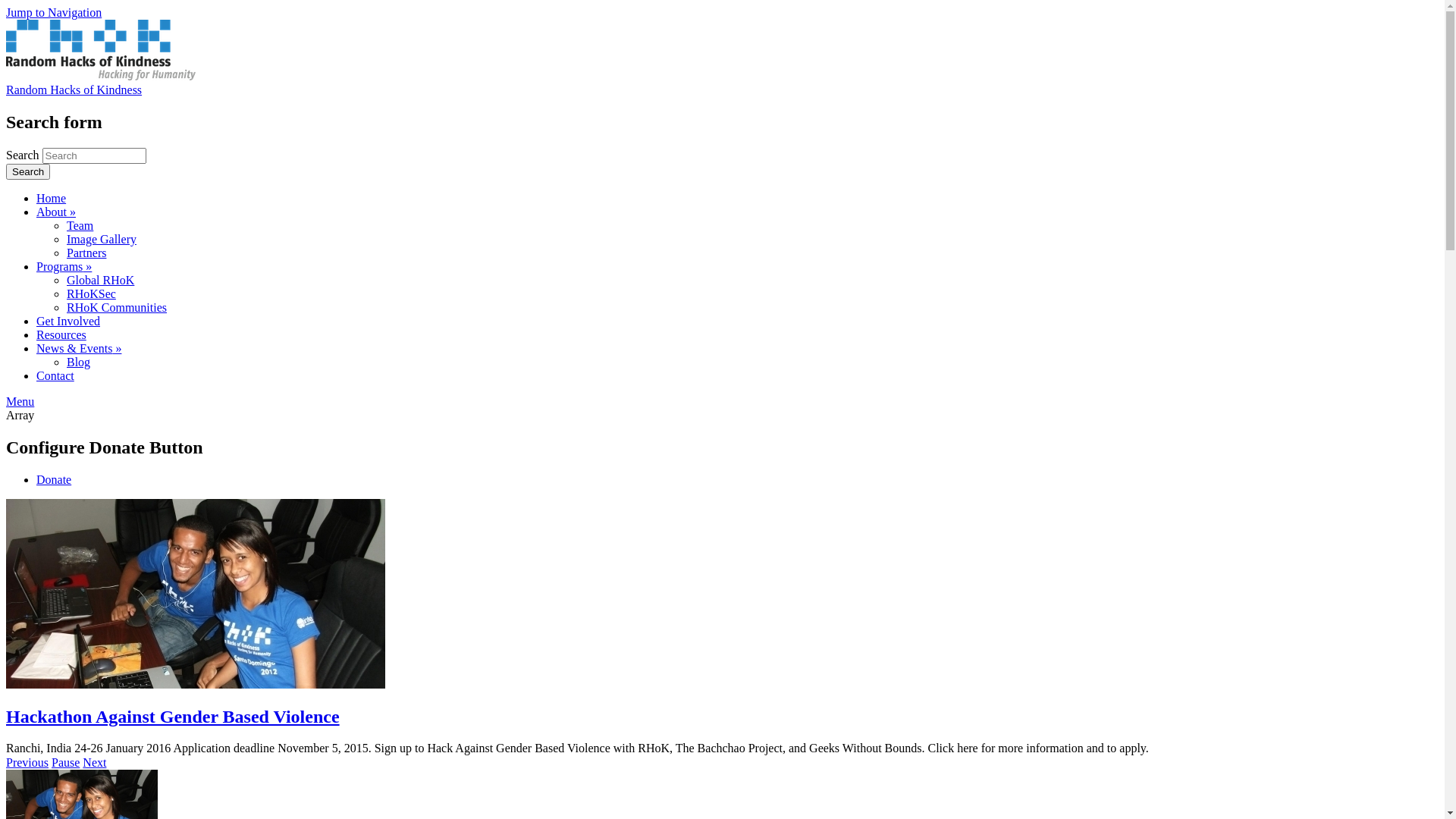  Describe the element at coordinates (99, 280) in the screenshot. I see `'Global RHoK'` at that location.